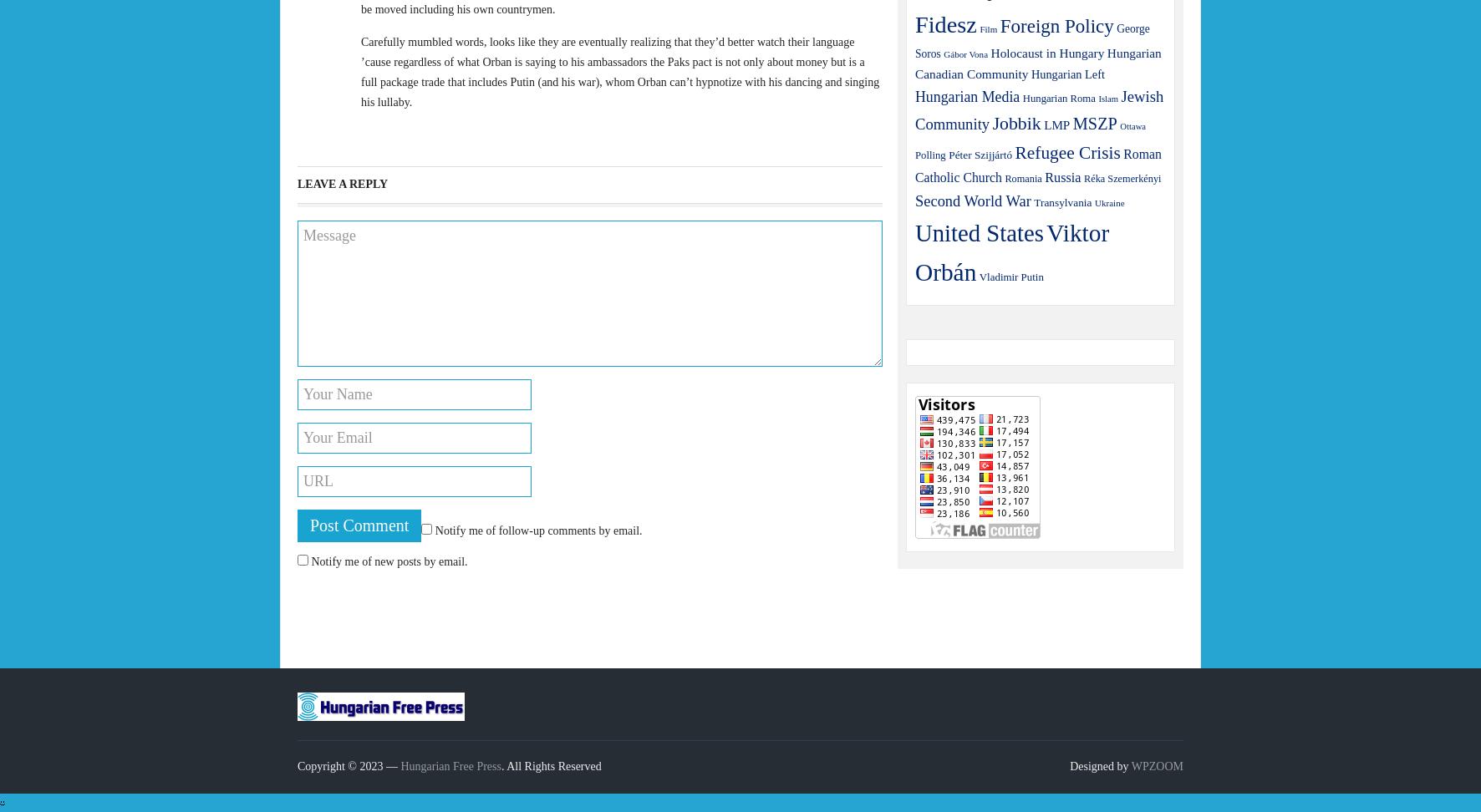 This screenshot has height=812, width=1481. I want to click on 'Second World War', so click(972, 199).